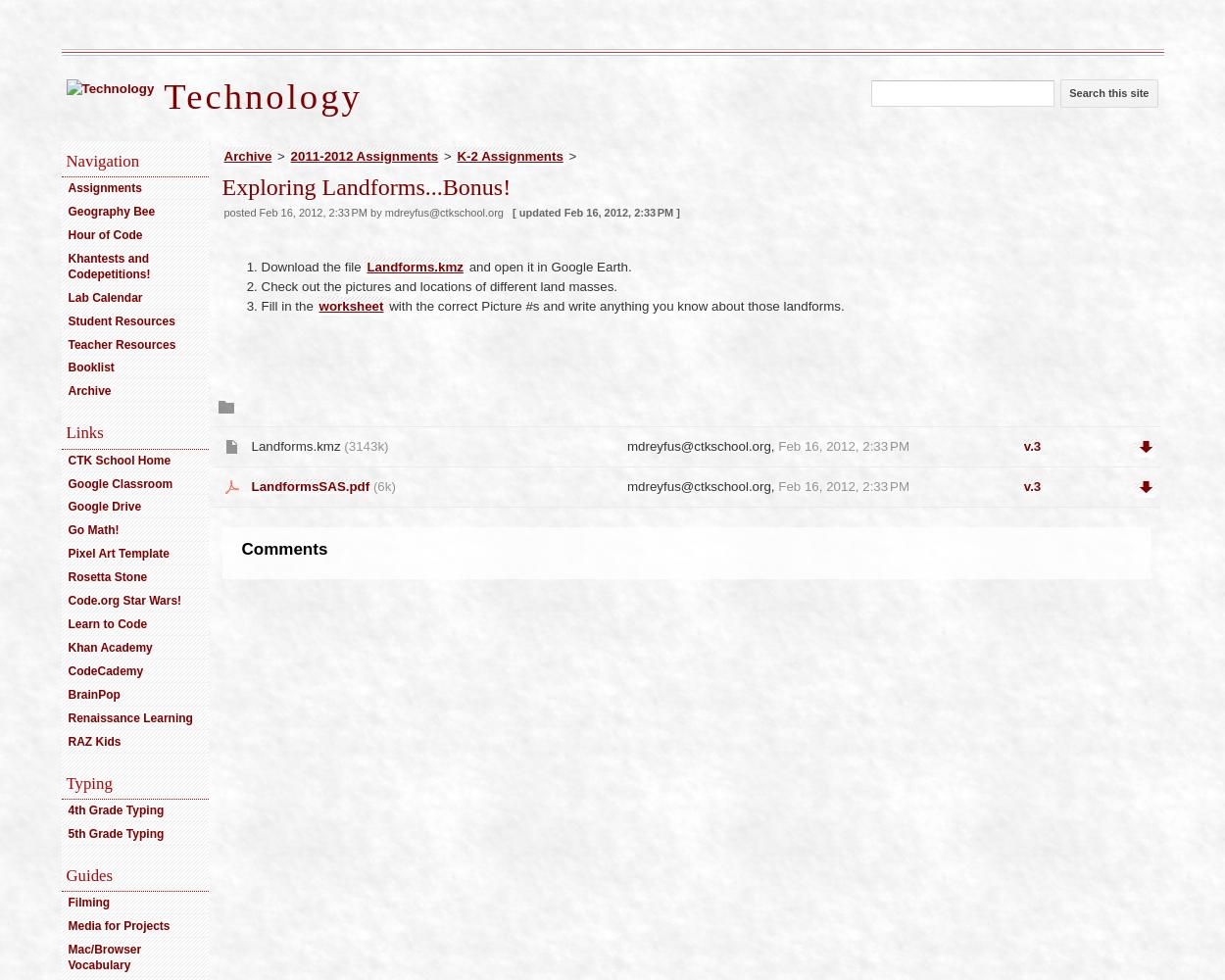 The width and height of the screenshot is (1225, 980). Describe the element at coordinates (464, 267) in the screenshot. I see `'and open it in Google Earth.'` at that location.